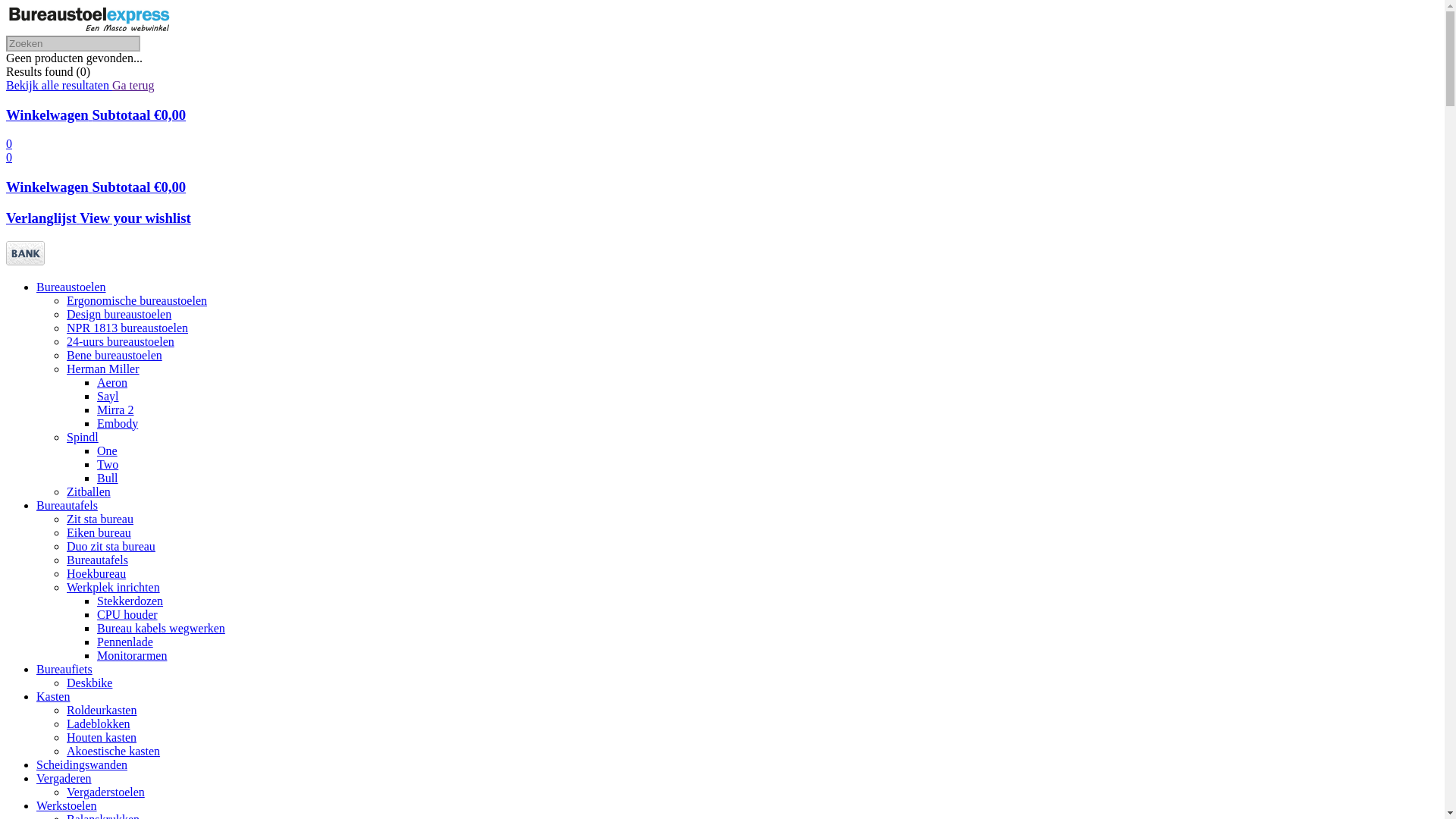  Describe the element at coordinates (115, 409) in the screenshot. I see `'Mirra 2'` at that location.